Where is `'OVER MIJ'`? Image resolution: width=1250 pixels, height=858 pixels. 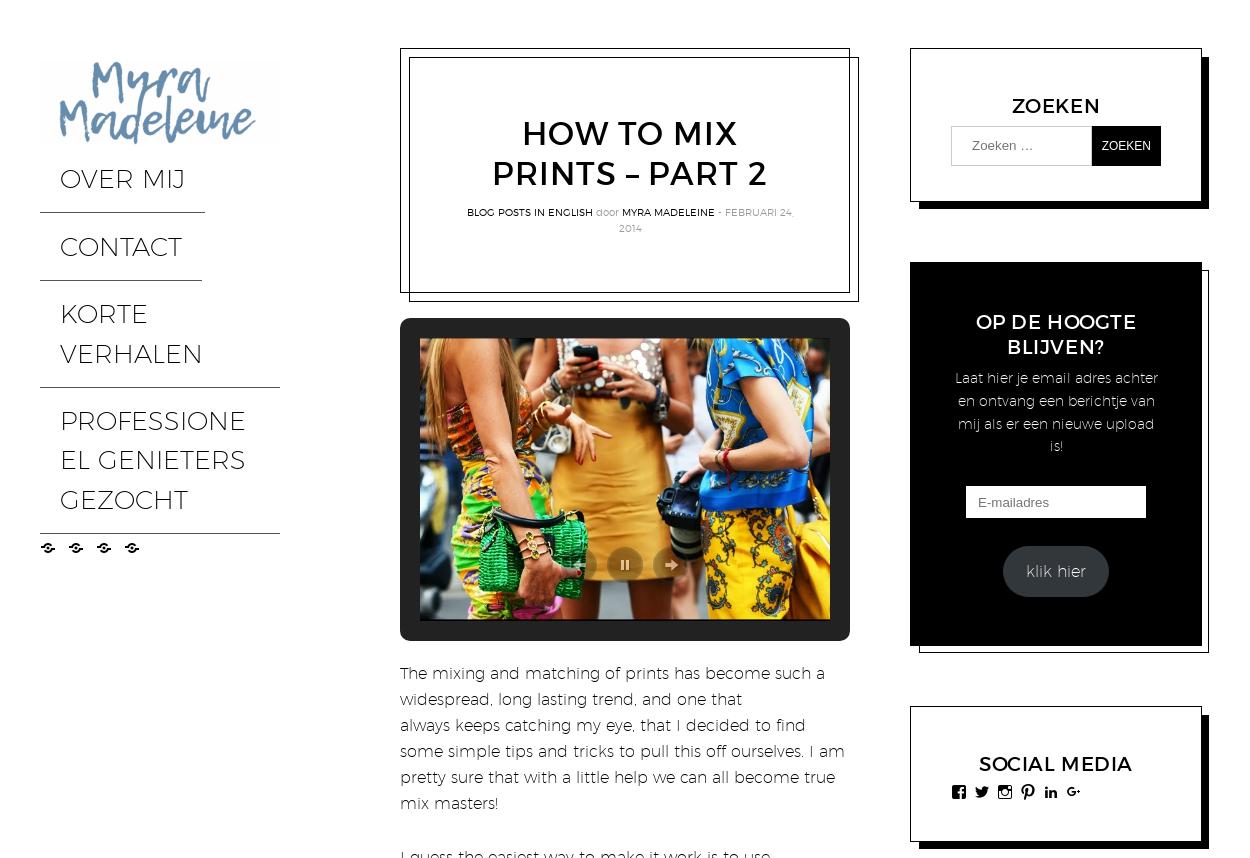
'OVER MIJ' is located at coordinates (82, 160).